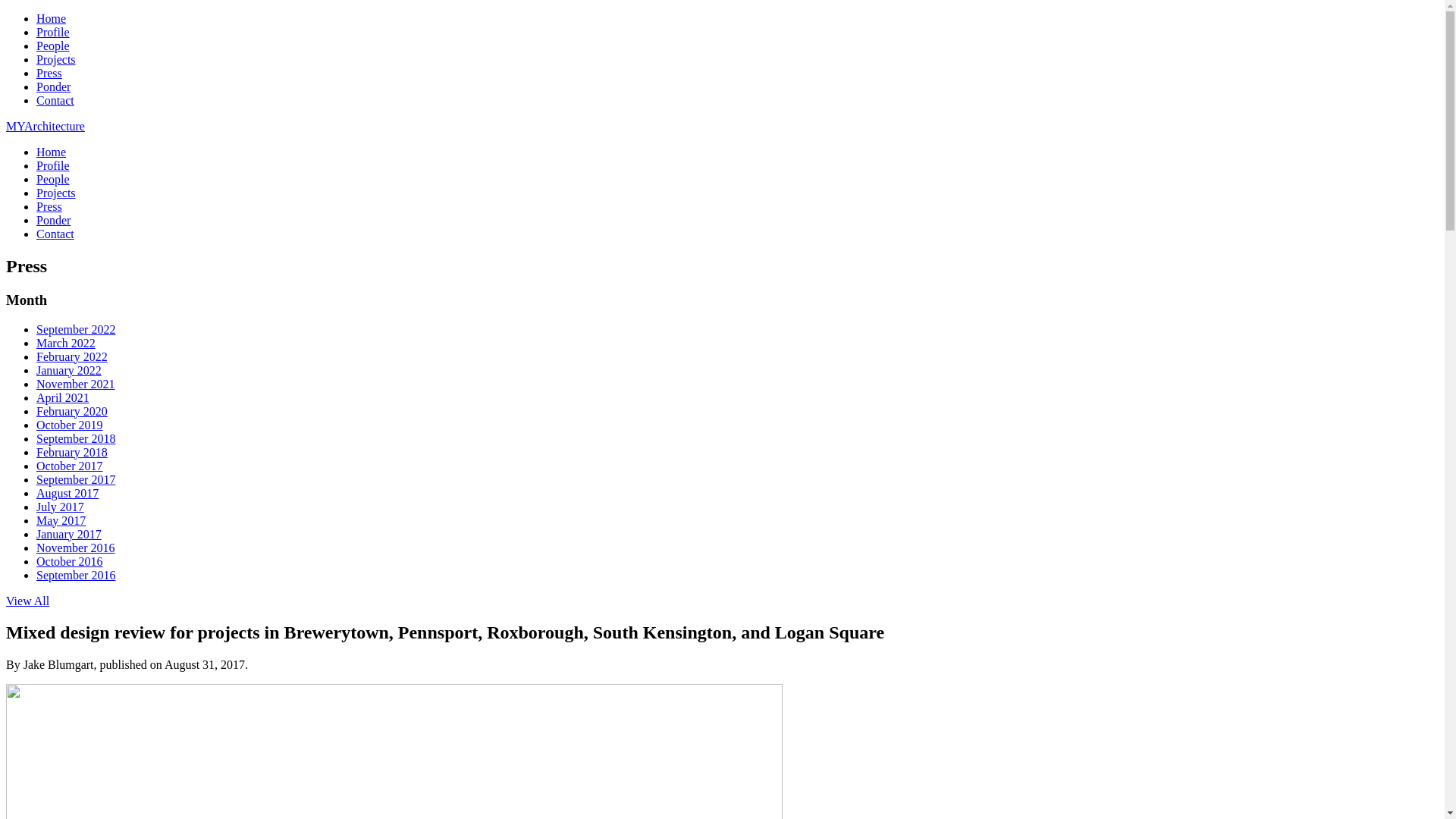 Image resolution: width=1456 pixels, height=819 pixels. I want to click on 'Profile', so click(53, 165).